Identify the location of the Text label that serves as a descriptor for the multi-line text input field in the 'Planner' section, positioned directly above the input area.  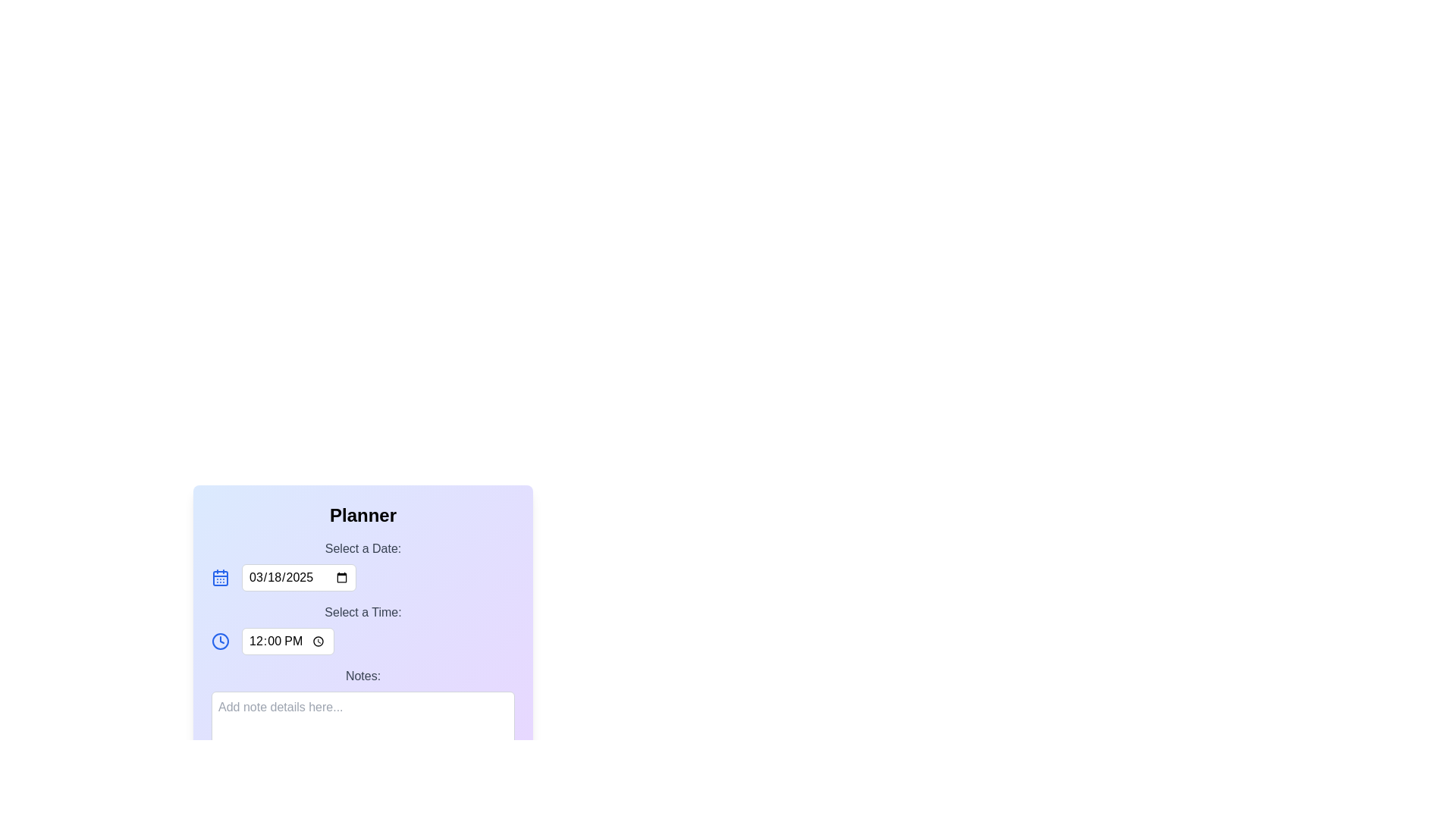
(362, 675).